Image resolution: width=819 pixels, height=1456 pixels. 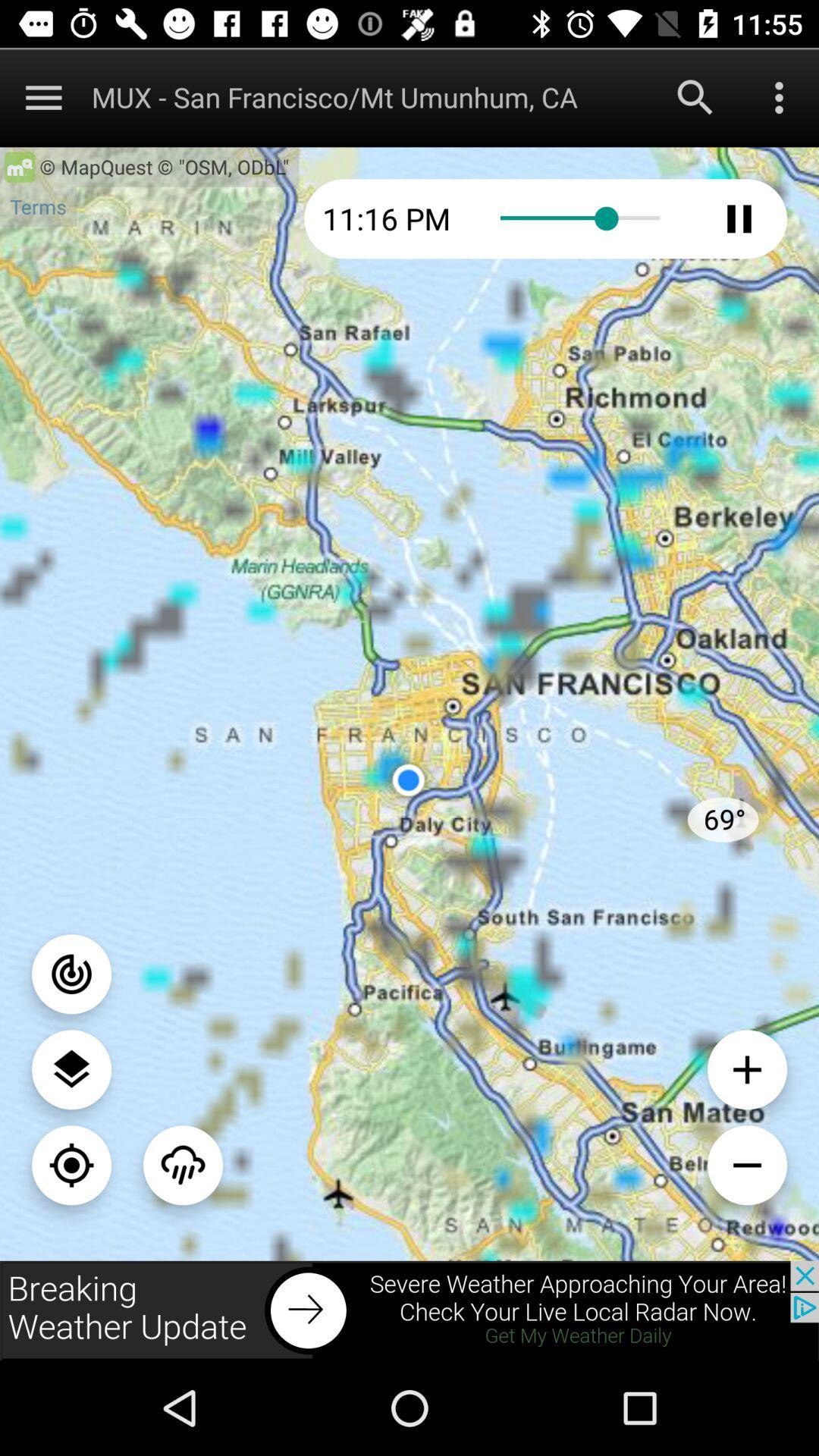 What do you see at coordinates (739, 218) in the screenshot?
I see `pause` at bounding box center [739, 218].